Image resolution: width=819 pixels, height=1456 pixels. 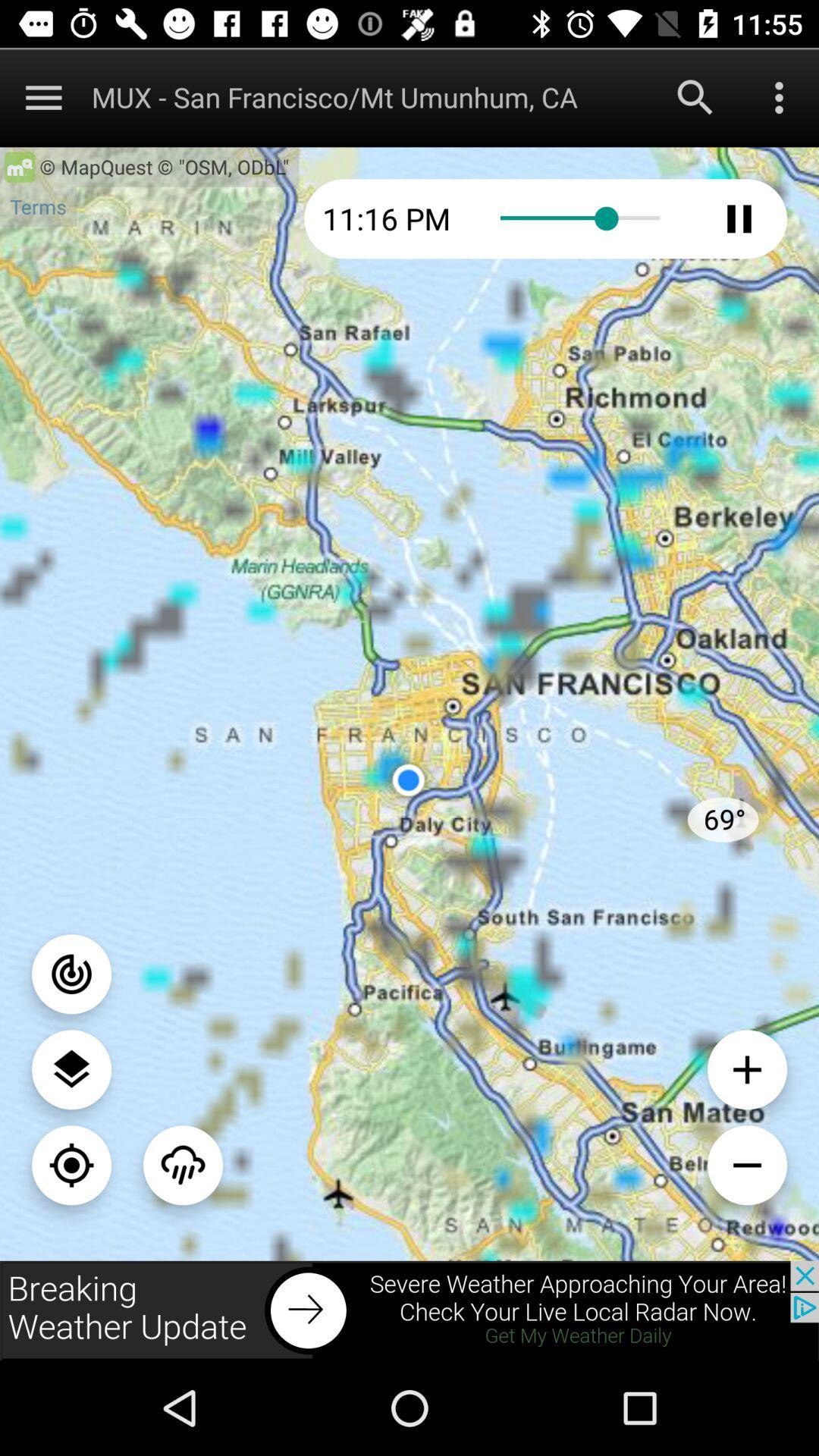 What do you see at coordinates (739, 218) in the screenshot?
I see `pause` at bounding box center [739, 218].